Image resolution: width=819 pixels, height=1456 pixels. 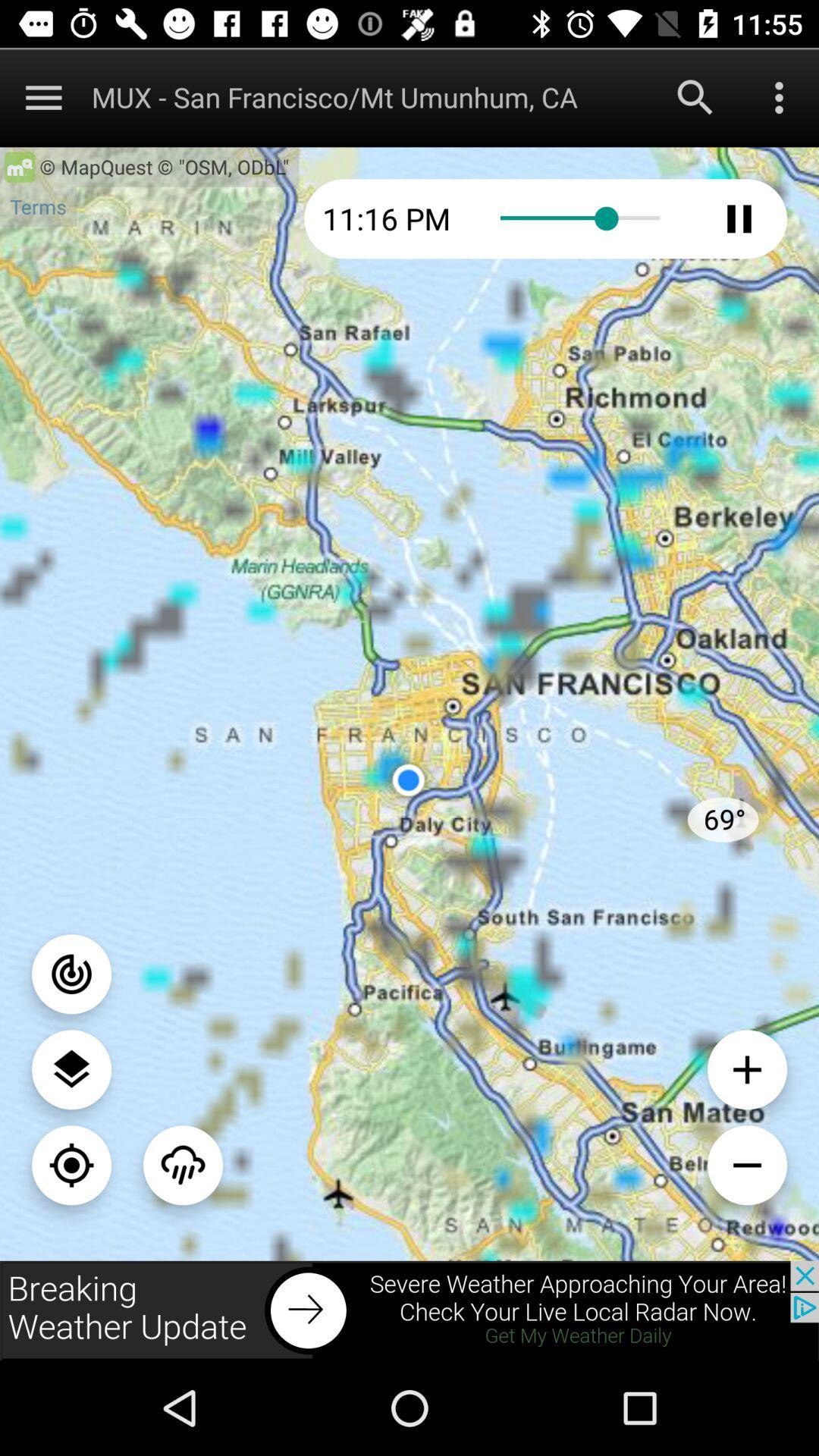 What do you see at coordinates (739, 218) in the screenshot?
I see `pause` at bounding box center [739, 218].